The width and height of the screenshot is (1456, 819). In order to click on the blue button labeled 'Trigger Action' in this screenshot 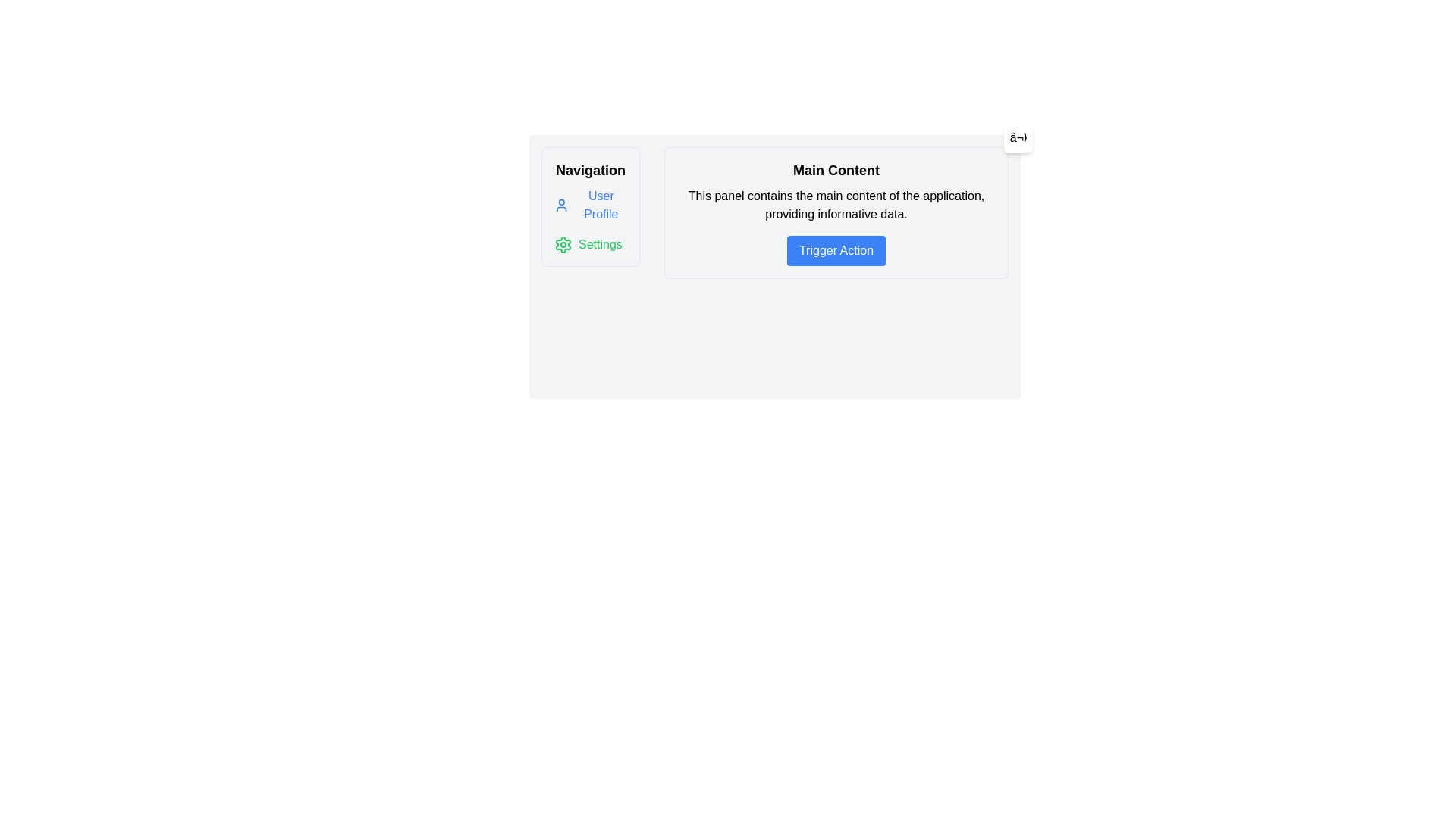, I will do `click(836, 250)`.